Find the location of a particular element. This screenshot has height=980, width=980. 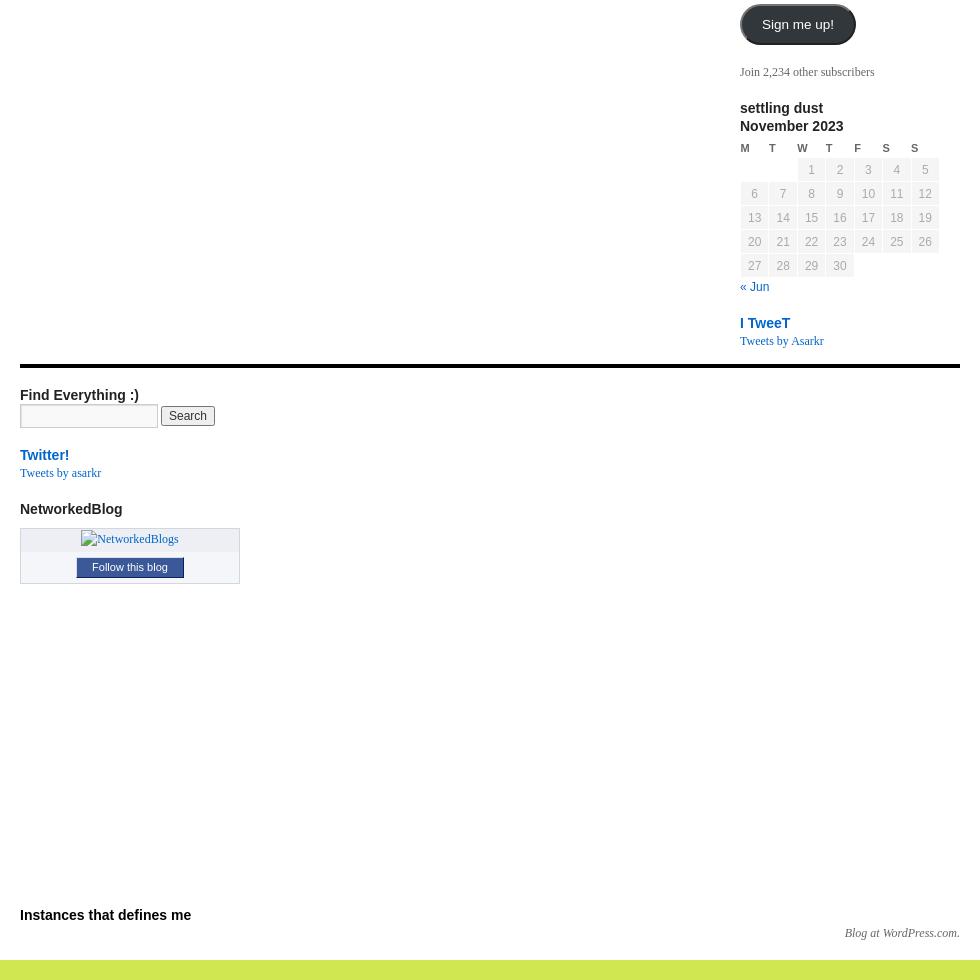

'Follow this blog' is located at coordinates (129, 567).